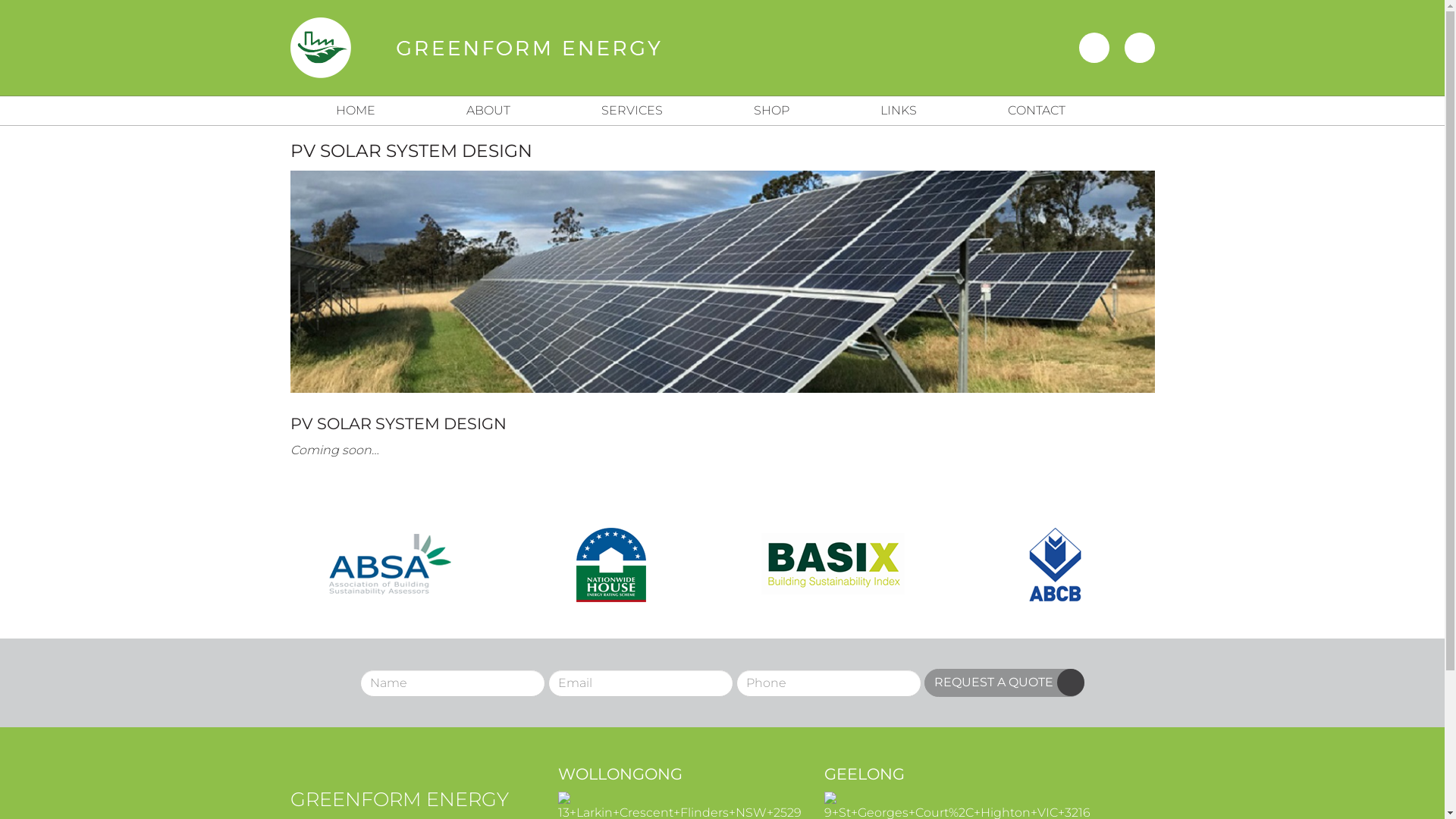 This screenshot has height=819, width=1456. I want to click on 'HOME', so click(353, 110).